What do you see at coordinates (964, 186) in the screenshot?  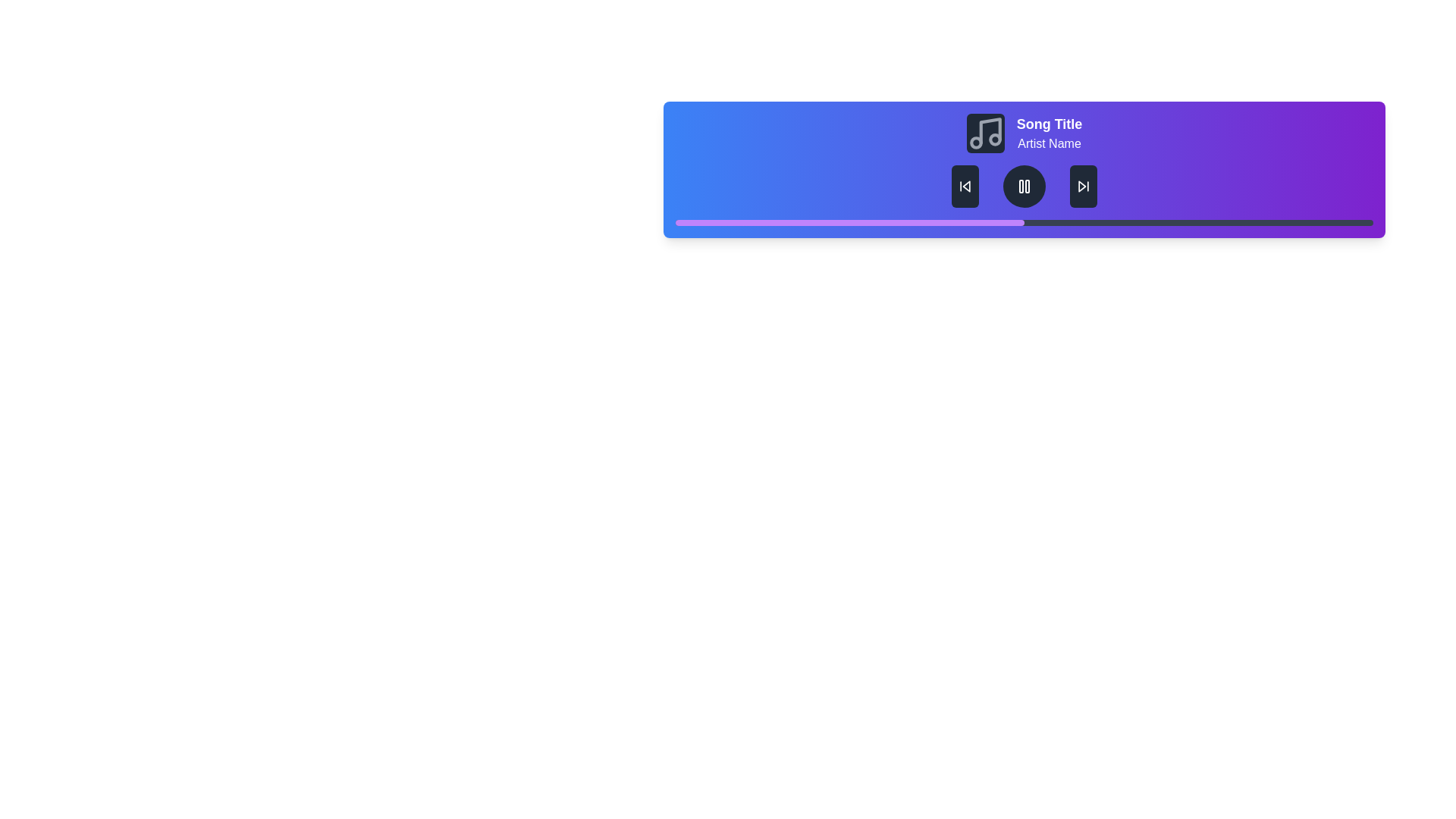 I see `the skip-backward button, which is styled with a dark background and white iconography, located to the left of the play/pause button in the audio player interface` at bounding box center [964, 186].